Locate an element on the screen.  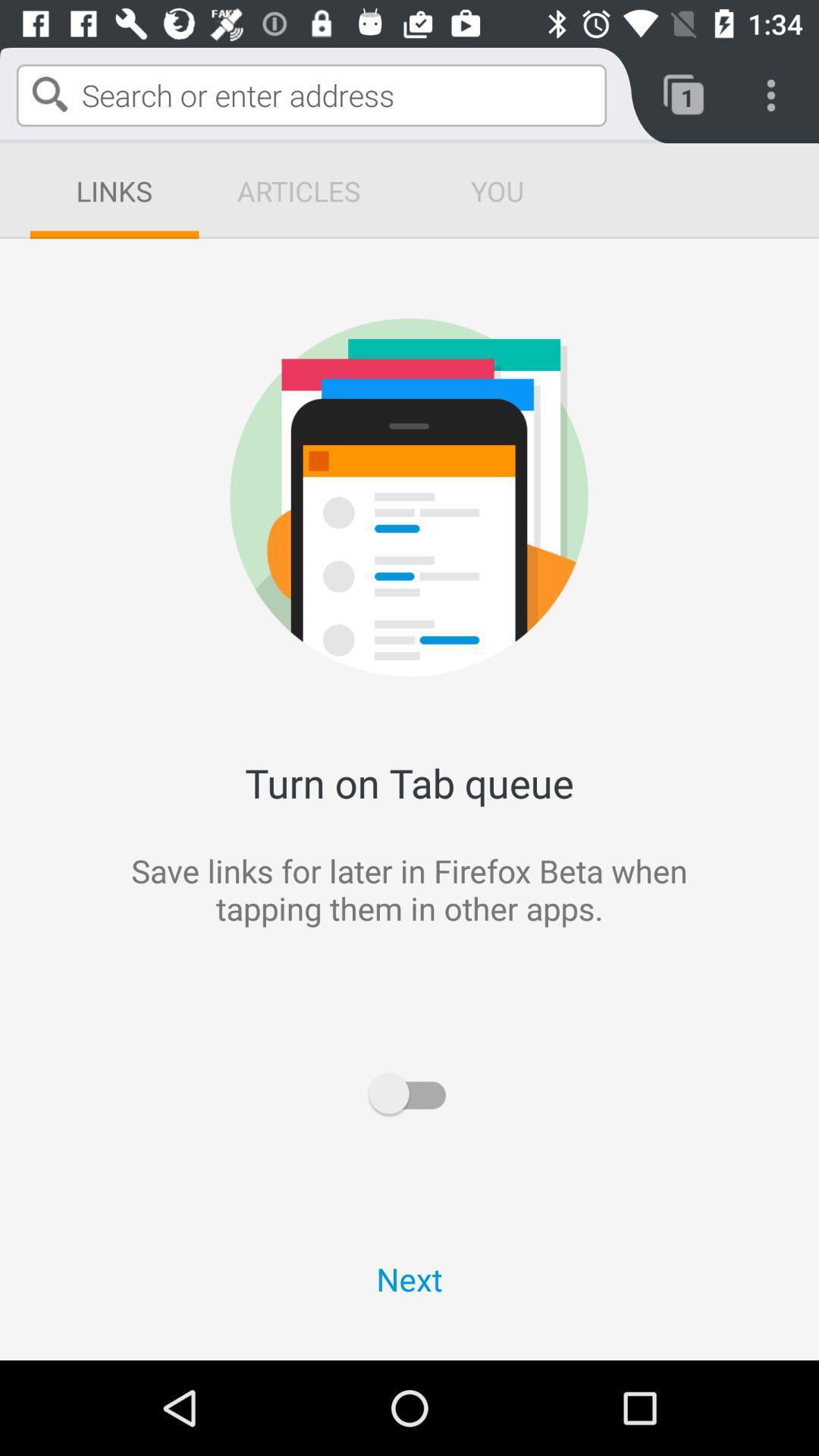
the search bar is located at coordinates (311, 94).